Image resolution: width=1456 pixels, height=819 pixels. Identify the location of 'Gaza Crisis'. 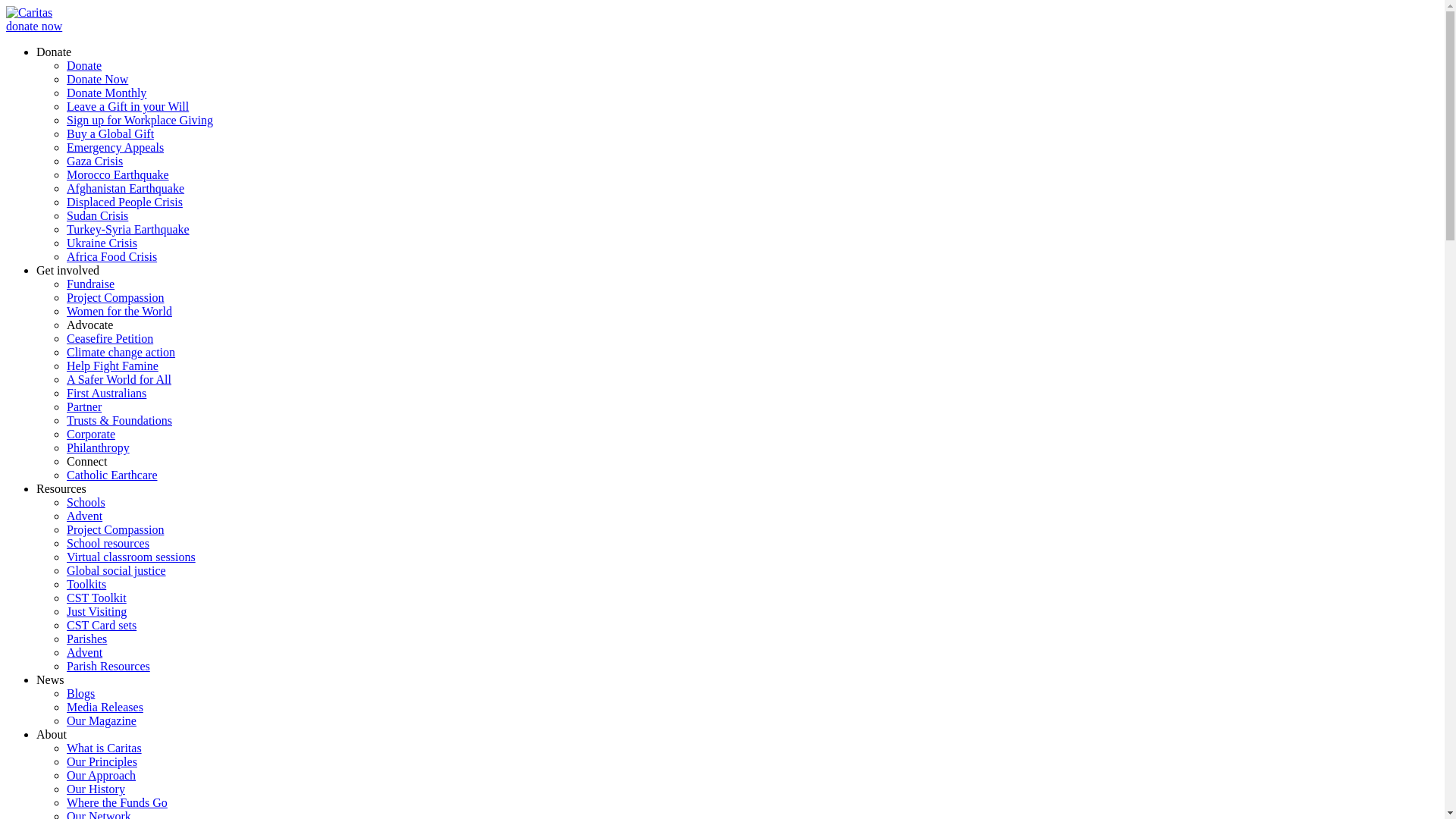
(93, 161).